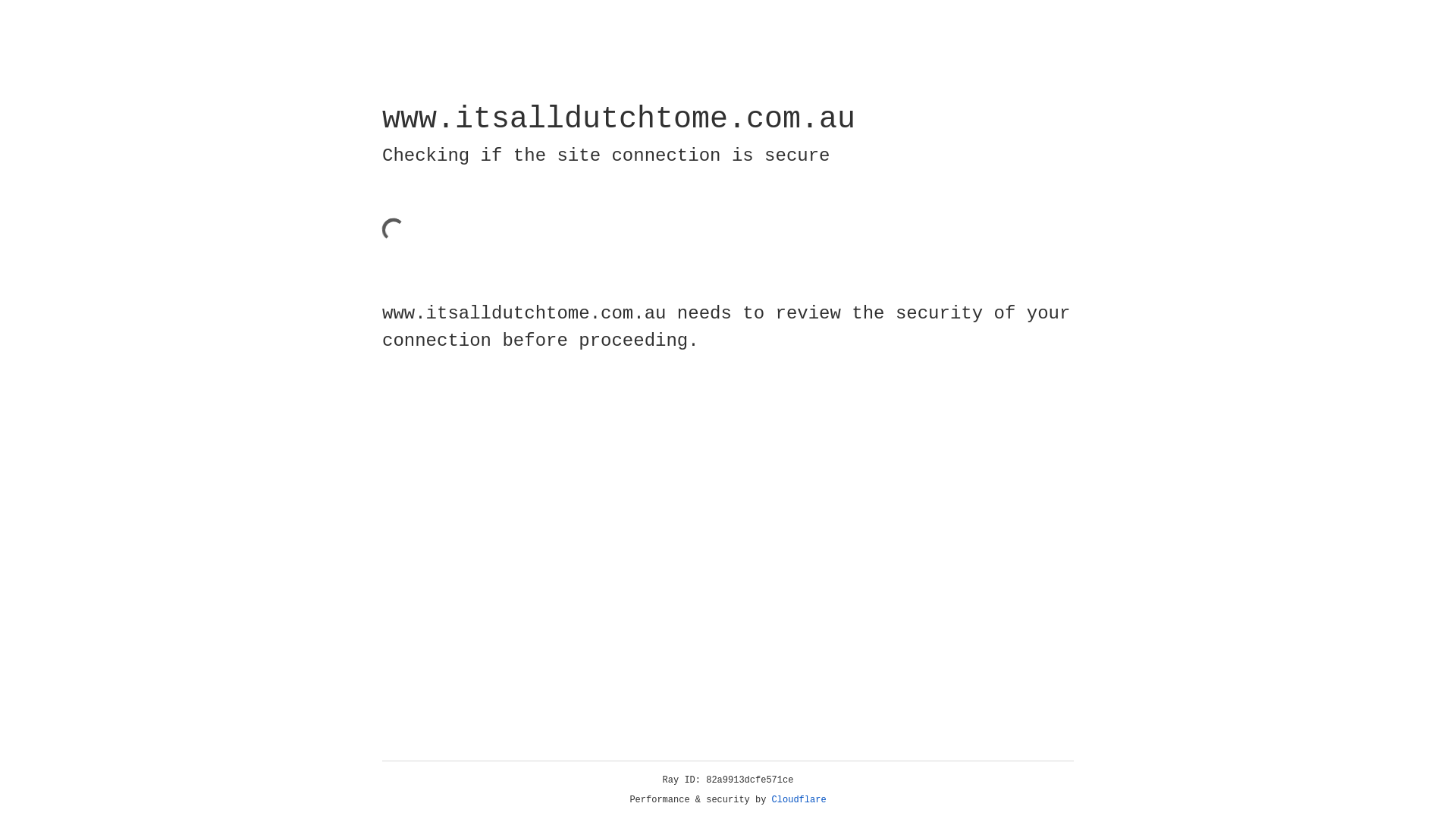 This screenshot has height=819, width=1456. What do you see at coordinates (799, 799) in the screenshot?
I see `'Cloudflare'` at bounding box center [799, 799].